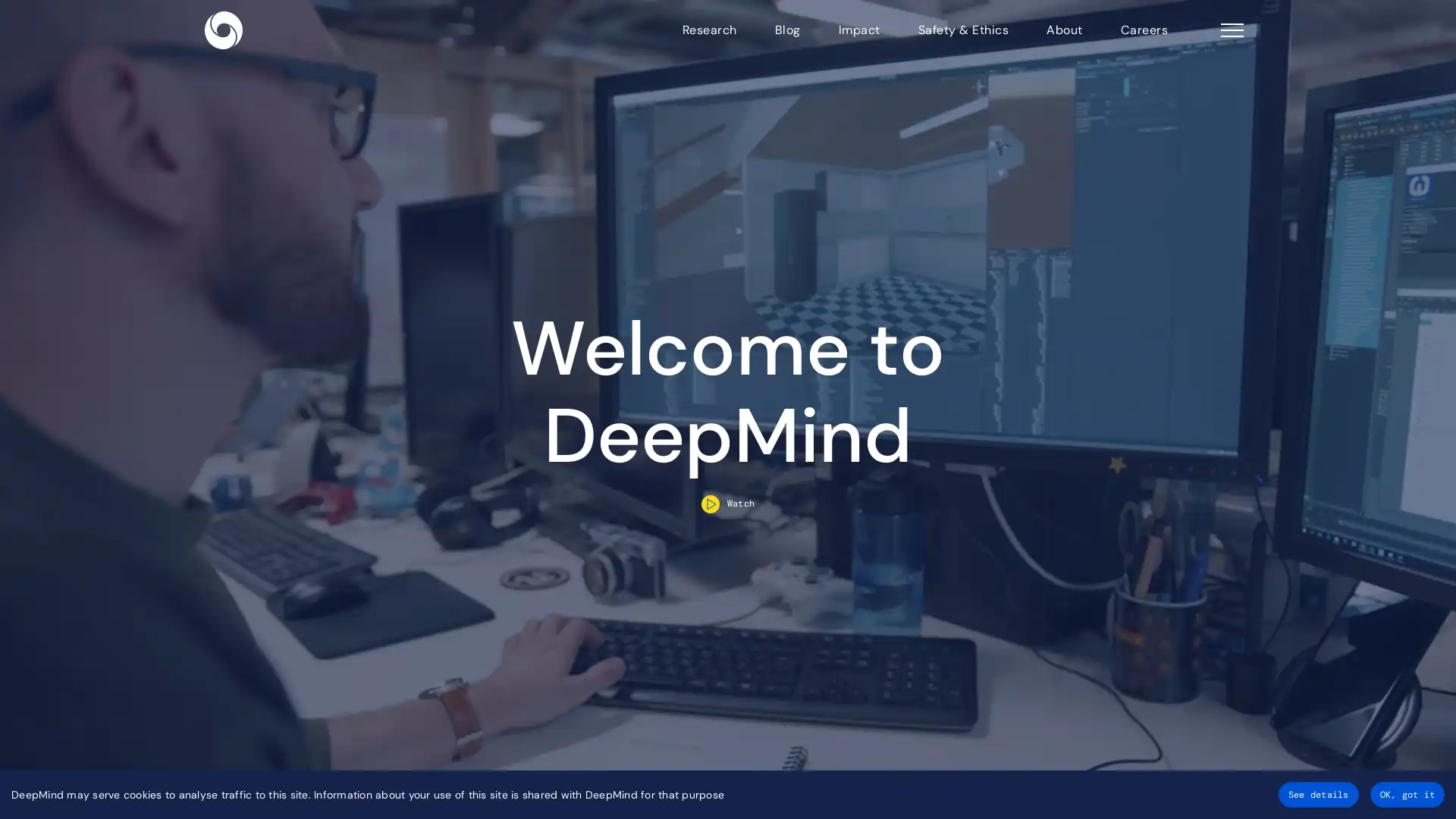  Describe the element at coordinates (1406, 794) in the screenshot. I see `OK, got it` at that location.